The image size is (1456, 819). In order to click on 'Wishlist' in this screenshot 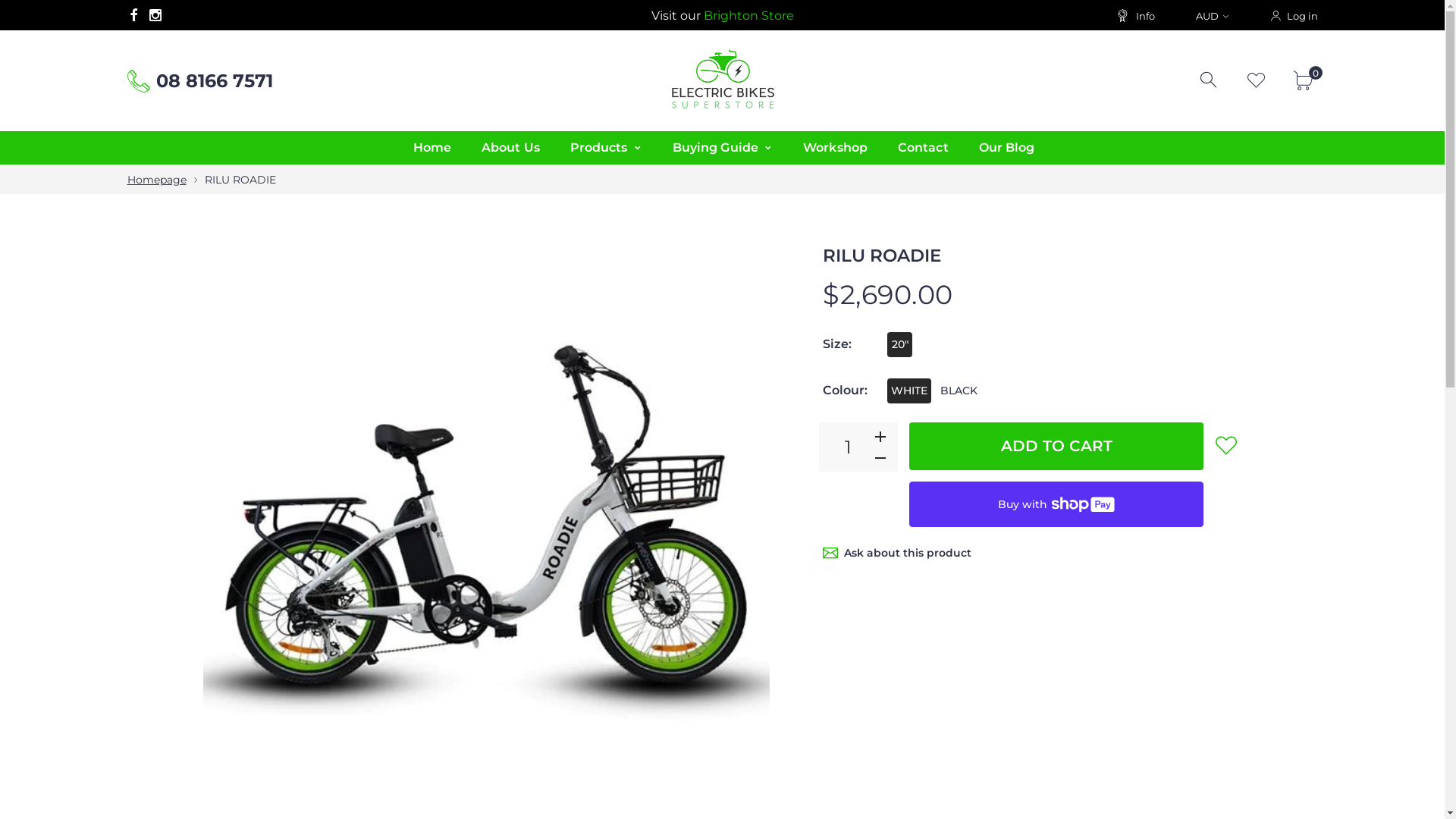, I will do `click(1256, 80)`.